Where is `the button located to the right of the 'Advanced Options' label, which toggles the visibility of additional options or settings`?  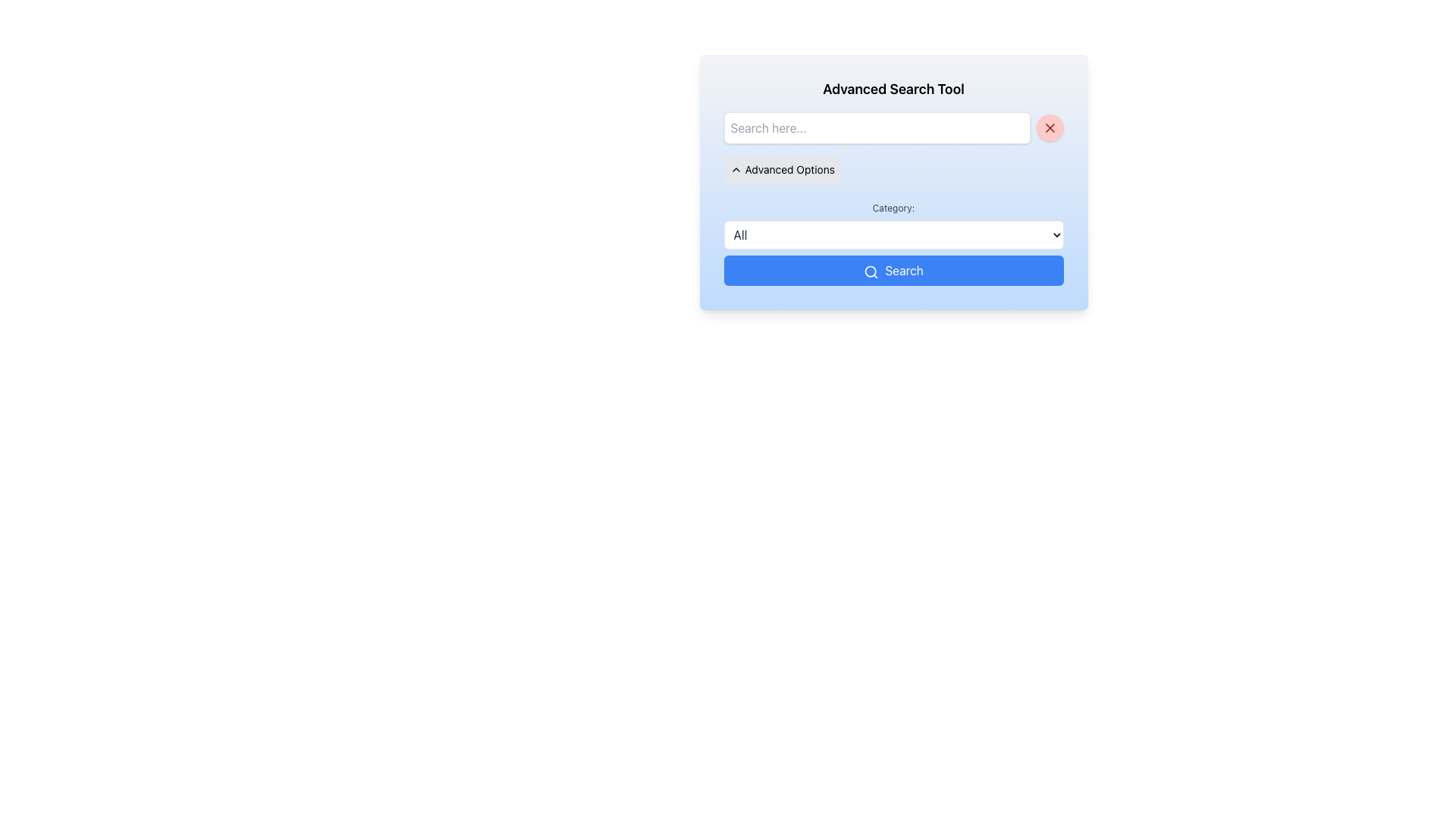
the button located to the right of the 'Advanced Options' label, which toggles the visibility of additional options or settings is located at coordinates (736, 169).